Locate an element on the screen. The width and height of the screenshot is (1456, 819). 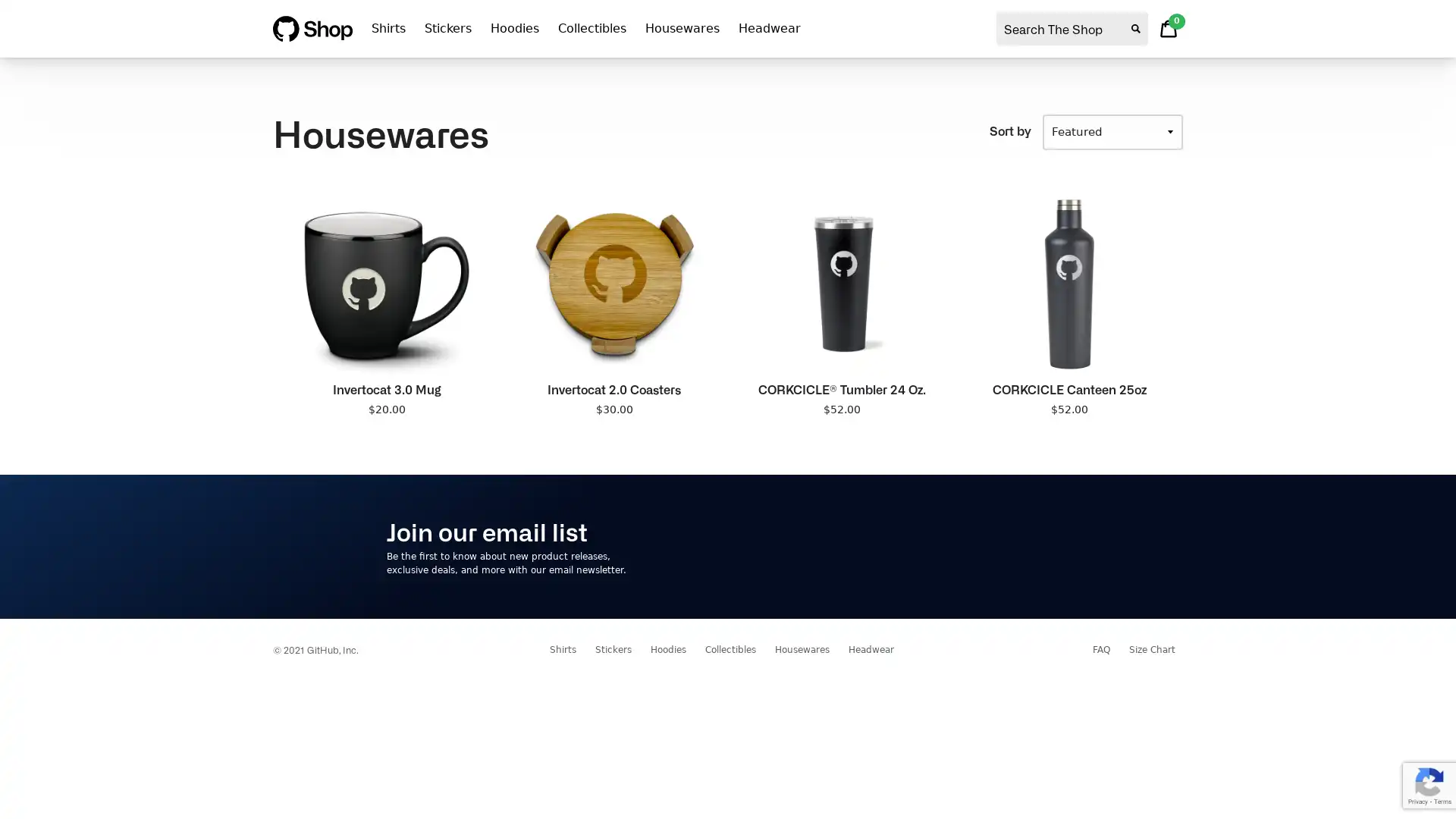
Subscribe is located at coordinates (1023, 546).